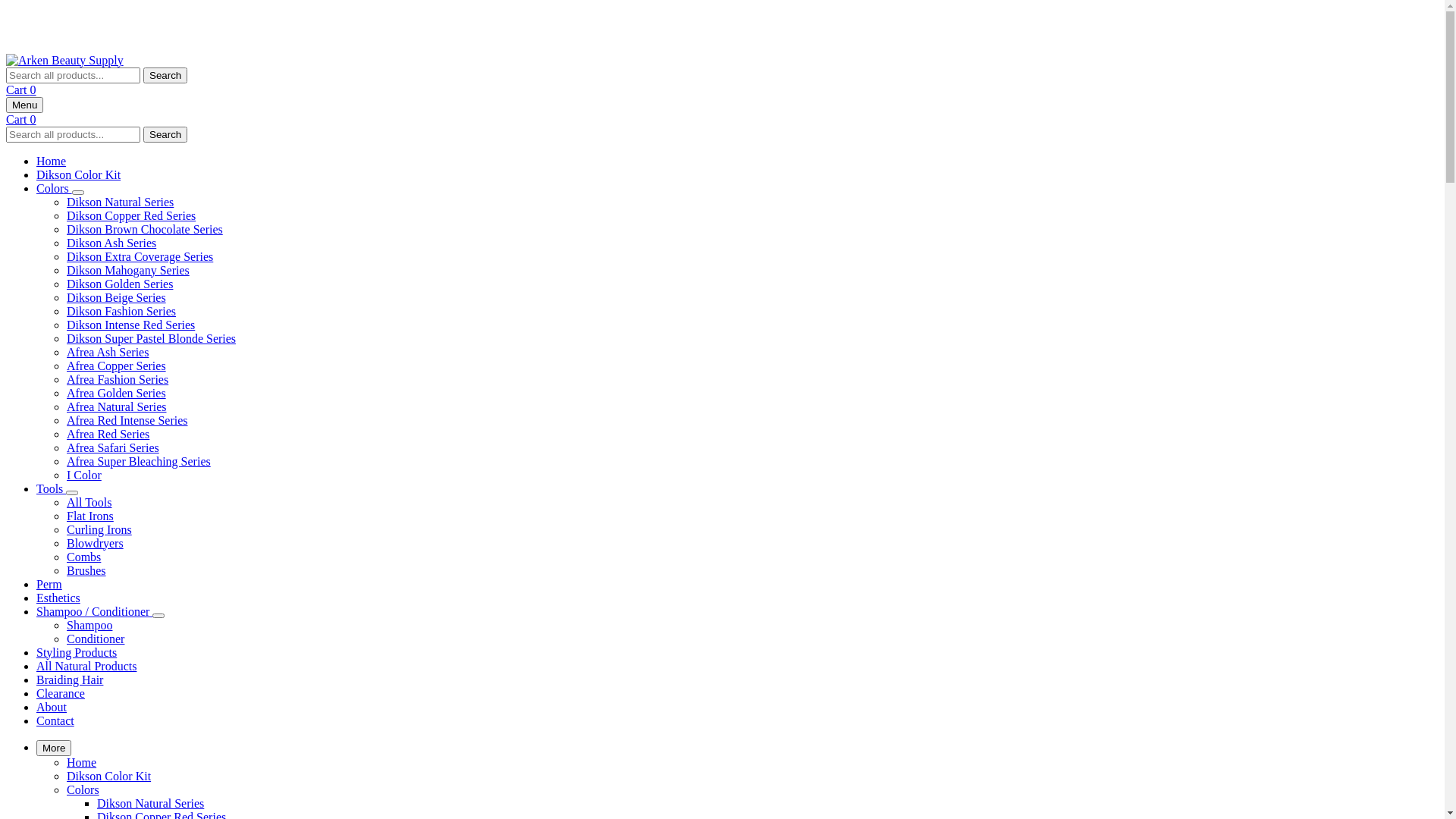 The image size is (1456, 819). What do you see at coordinates (49, 583) in the screenshot?
I see `'Perm'` at bounding box center [49, 583].